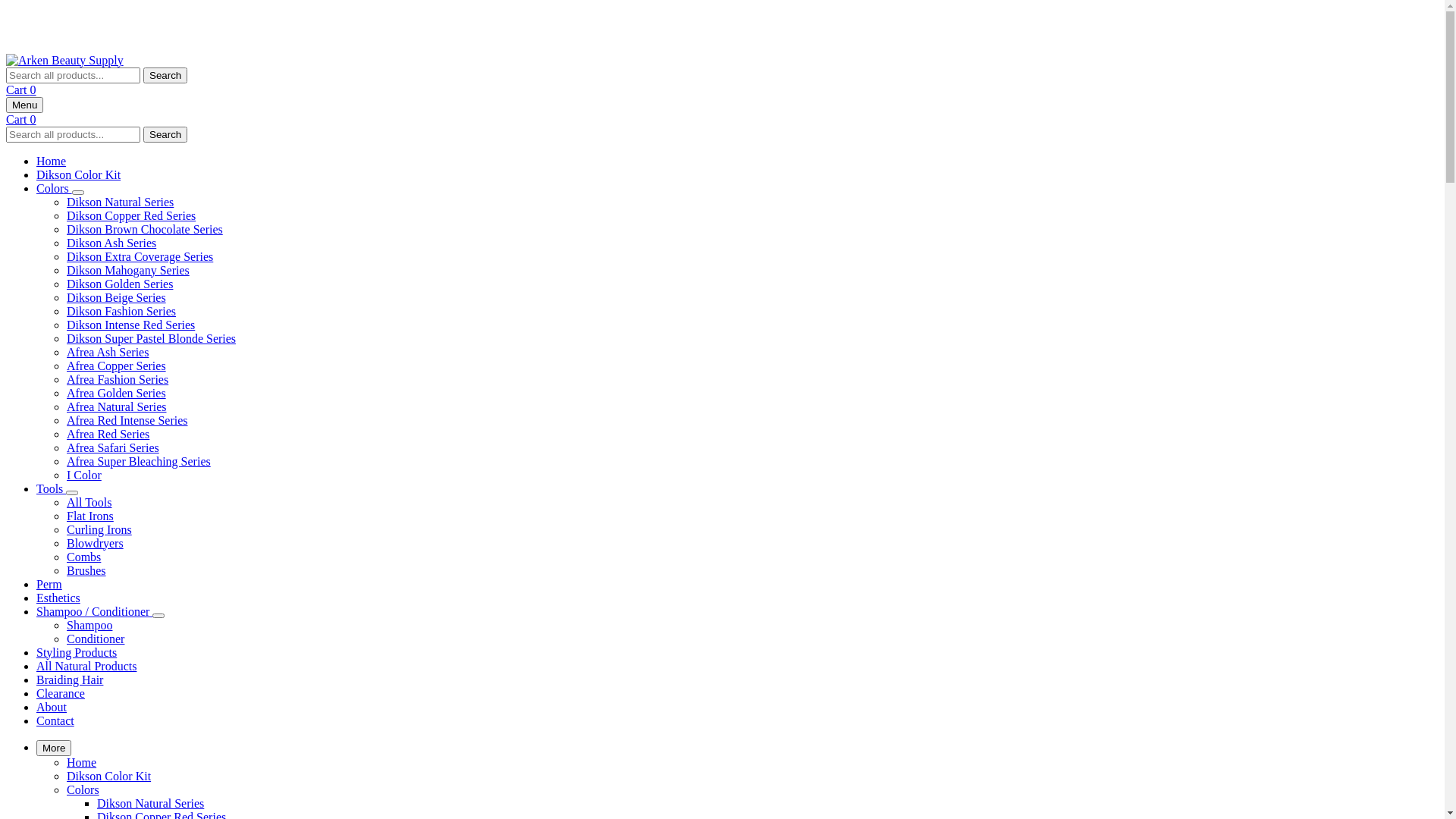 The image size is (1456, 819). What do you see at coordinates (49, 583) in the screenshot?
I see `'Perm'` at bounding box center [49, 583].